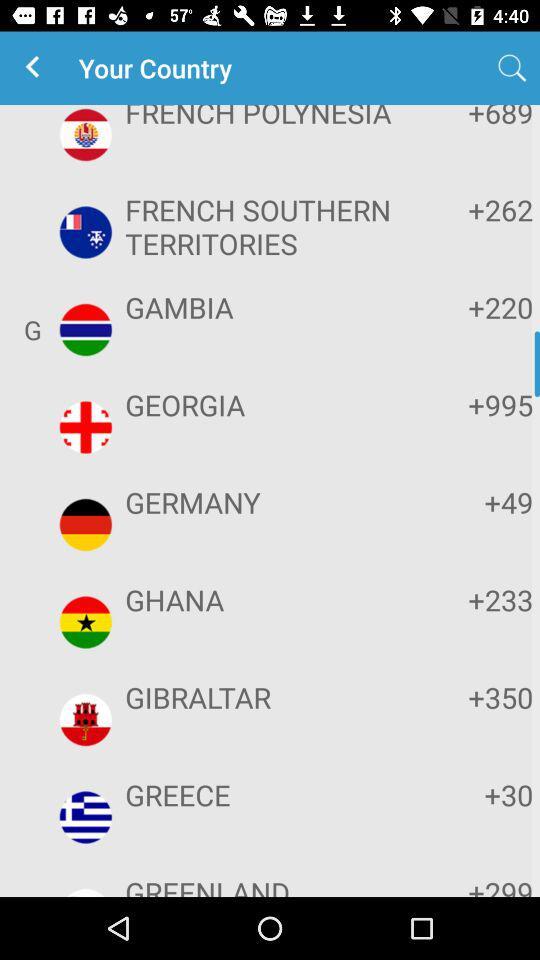  I want to click on +350, so click(471, 697).